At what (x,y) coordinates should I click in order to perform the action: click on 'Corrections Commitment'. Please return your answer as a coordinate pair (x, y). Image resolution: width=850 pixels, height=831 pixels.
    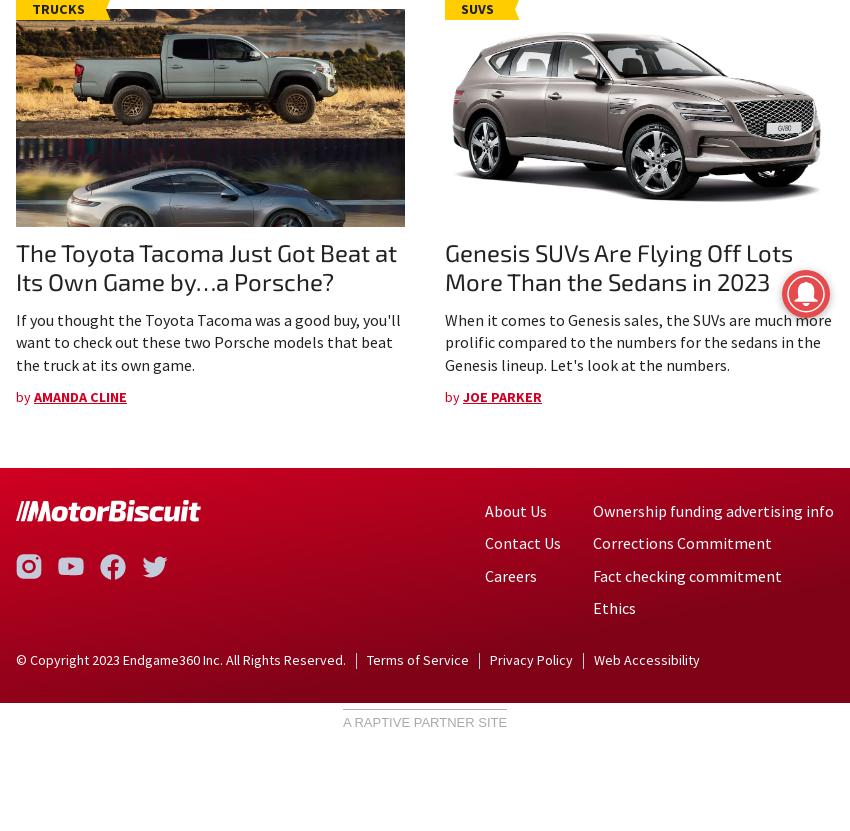
    Looking at the image, I should click on (592, 541).